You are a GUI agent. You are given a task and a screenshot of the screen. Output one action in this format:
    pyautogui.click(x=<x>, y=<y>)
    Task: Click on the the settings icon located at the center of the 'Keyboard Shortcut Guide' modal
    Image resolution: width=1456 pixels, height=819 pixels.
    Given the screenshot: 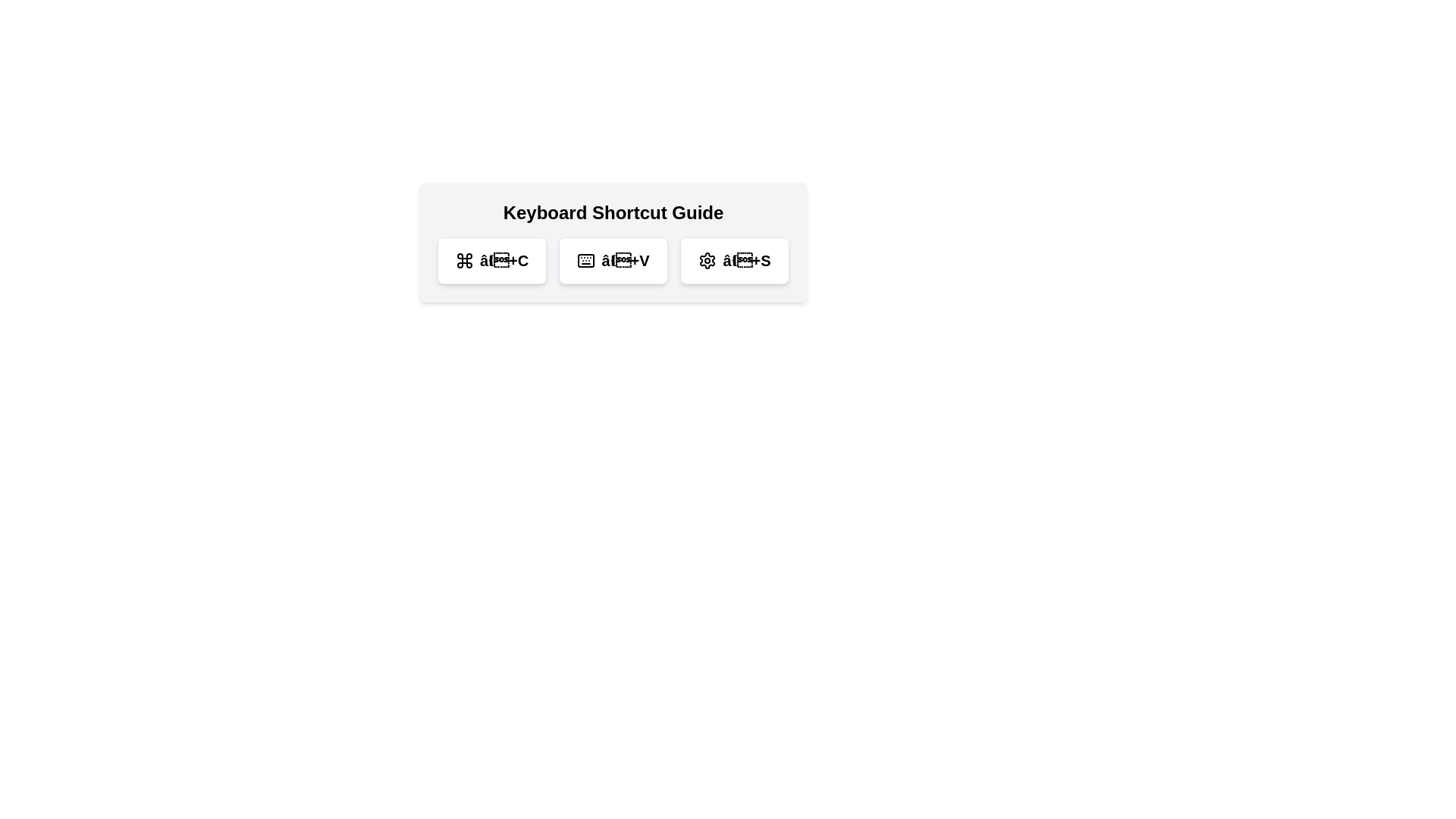 What is the action you would take?
    pyautogui.click(x=706, y=259)
    